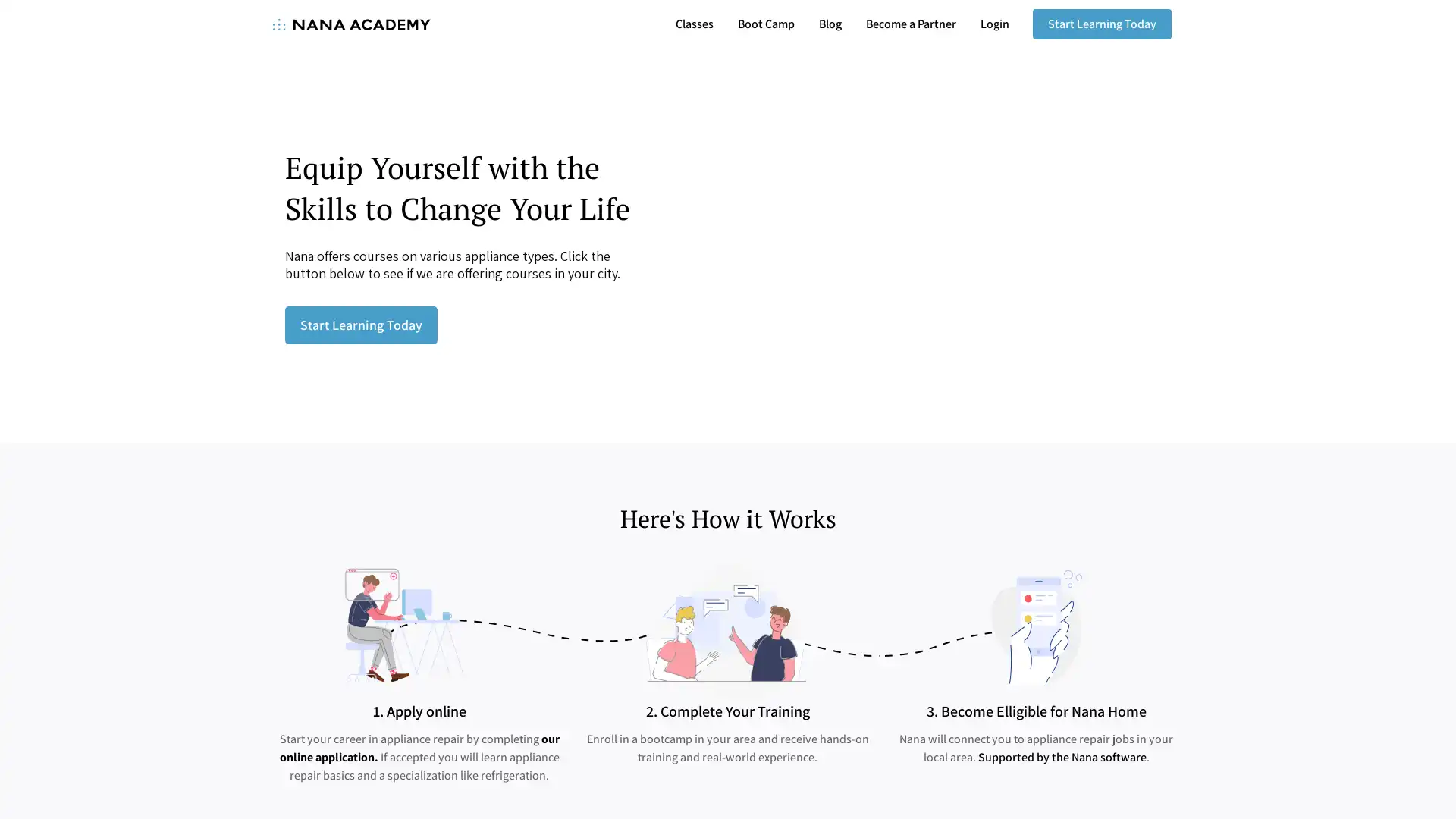 The image size is (1456, 819). Describe the element at coordinates (360, 324) in the screenshot. I see `Start Learning Today` at that location.